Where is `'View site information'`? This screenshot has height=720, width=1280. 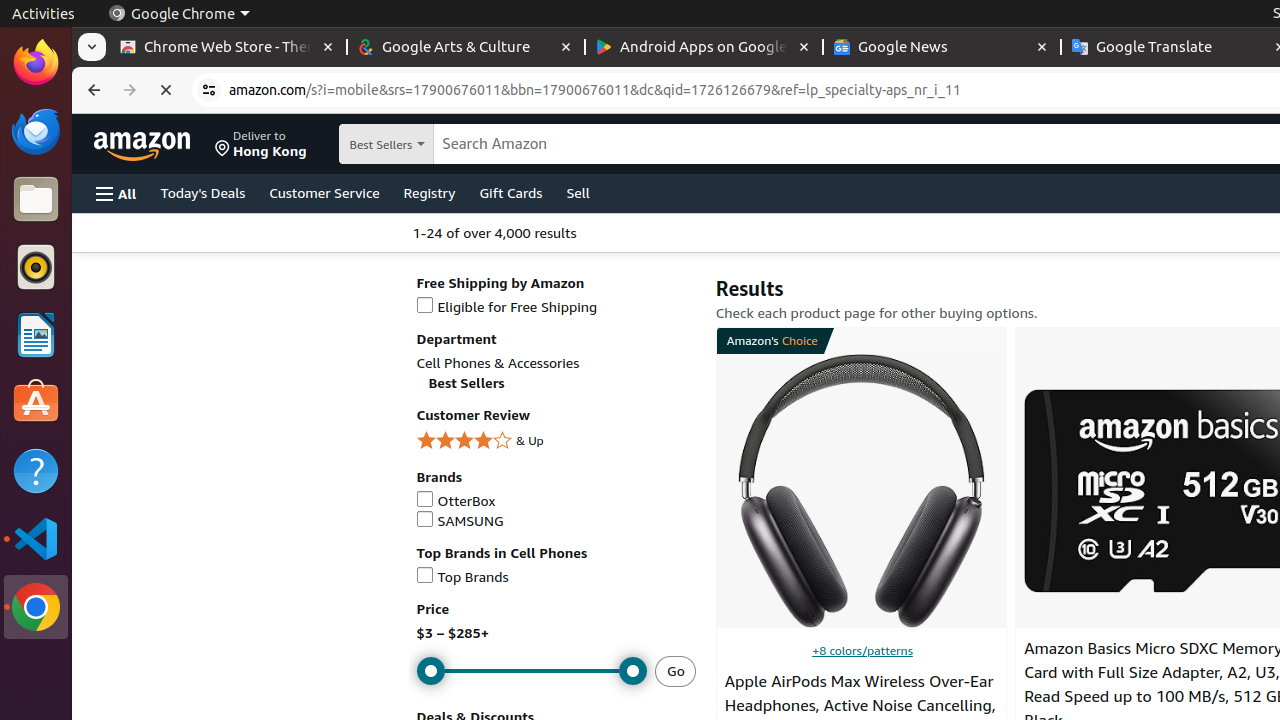 'View site information' is located at coordinates (209, 90).